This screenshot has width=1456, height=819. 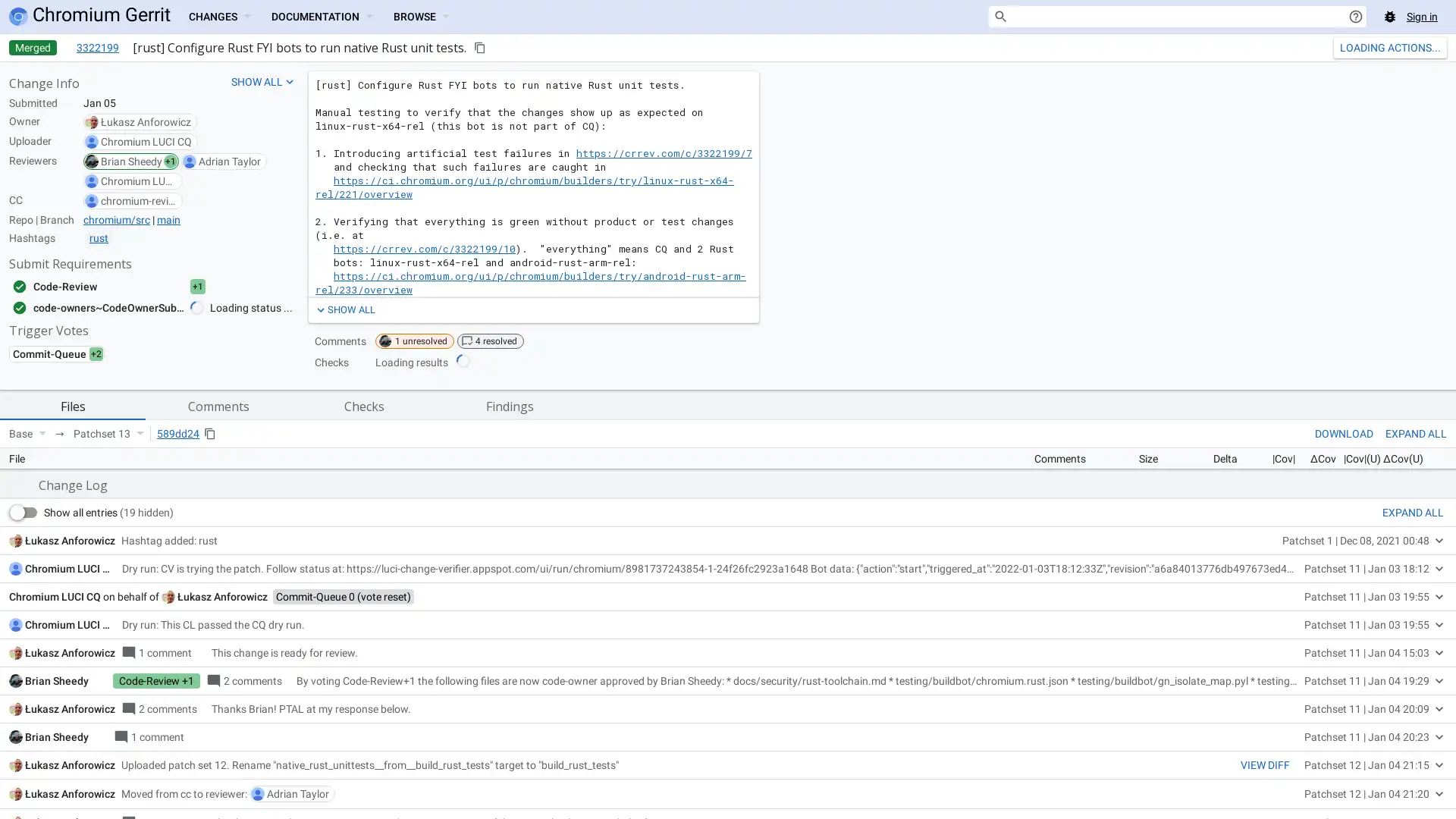 What do you see at coordinates (1376, 46) in the screenshot?
I see `CREATE RELAND` at bounding box center [1376, 46].